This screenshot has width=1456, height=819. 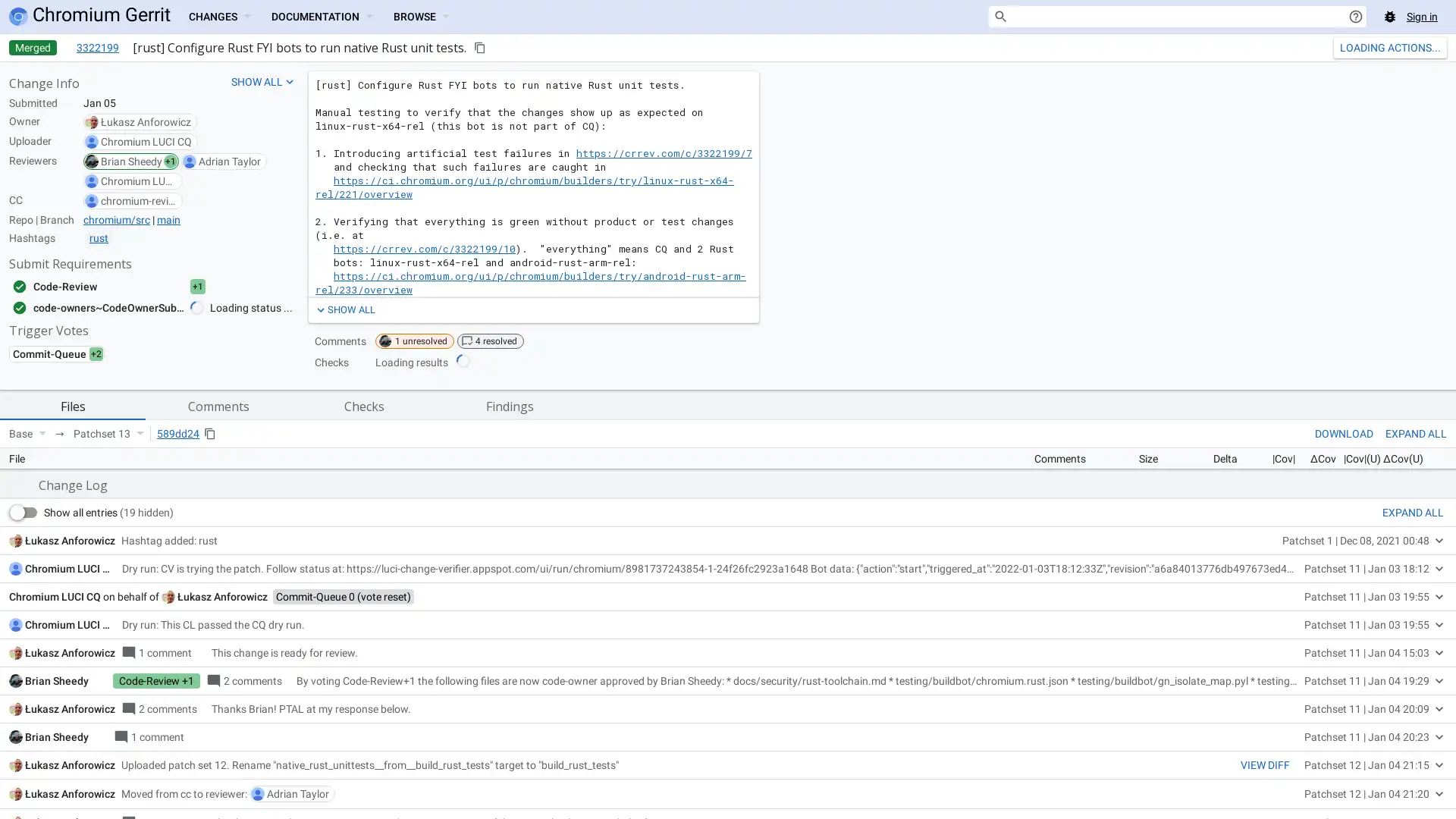 What do you see at coordinates (1376, 46) in the screenshot?
I see `CREATE RELAND` at bounding box center [1376, 46].